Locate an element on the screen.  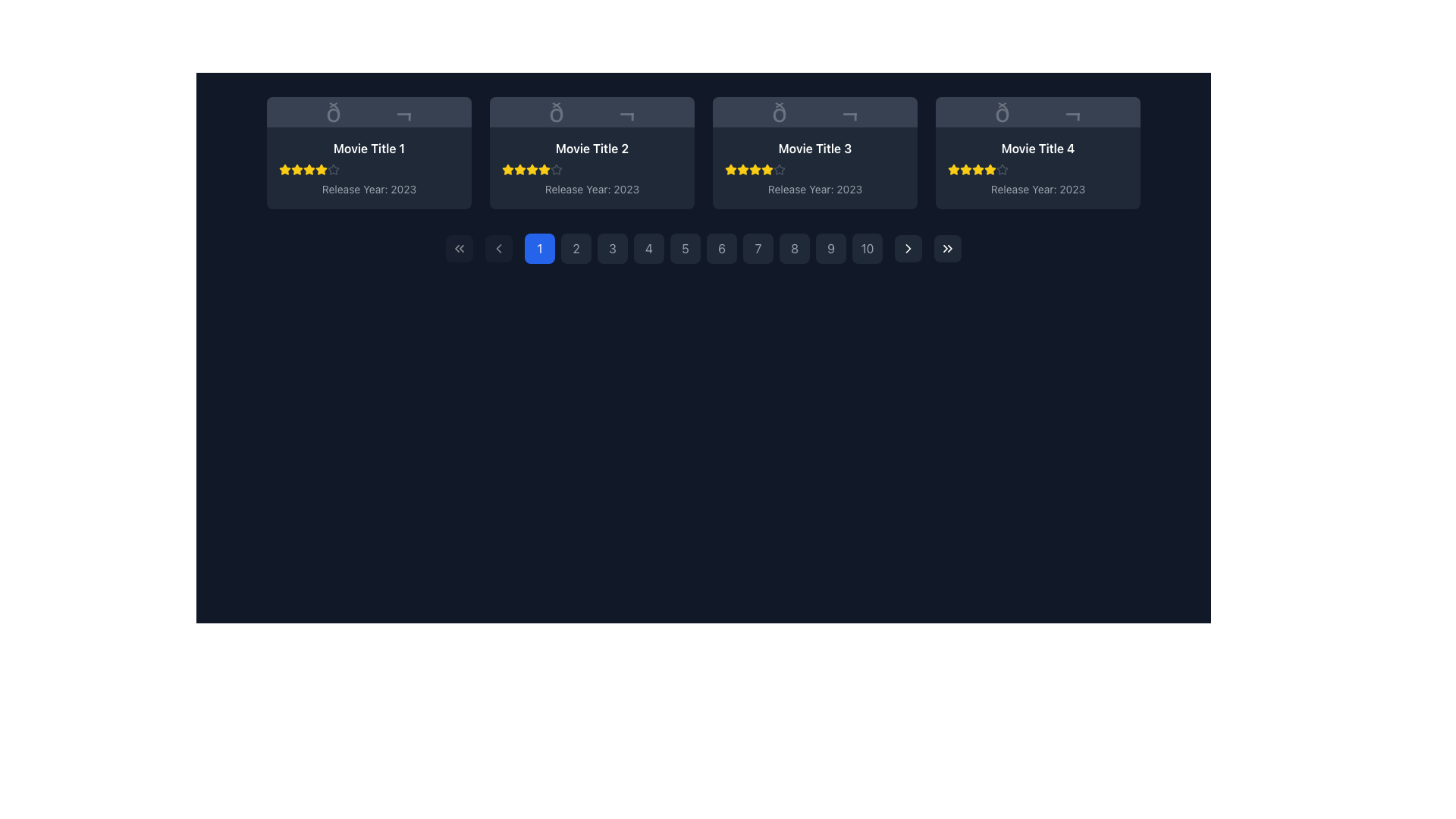
the first button from the left in the pagination section is located at coordinates (458, 247).